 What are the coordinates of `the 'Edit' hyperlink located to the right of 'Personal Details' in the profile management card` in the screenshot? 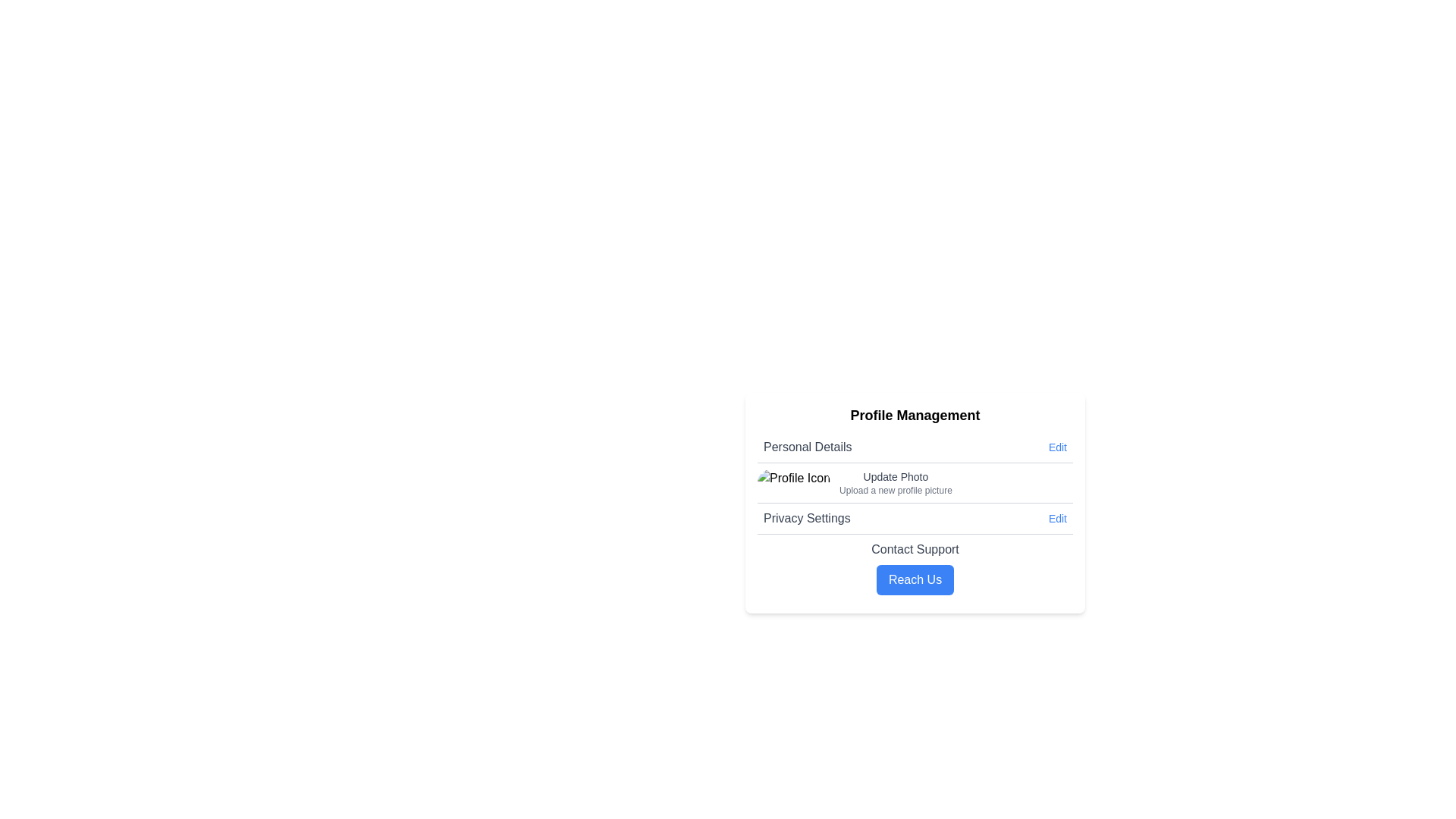 It's located at (1056, 447).